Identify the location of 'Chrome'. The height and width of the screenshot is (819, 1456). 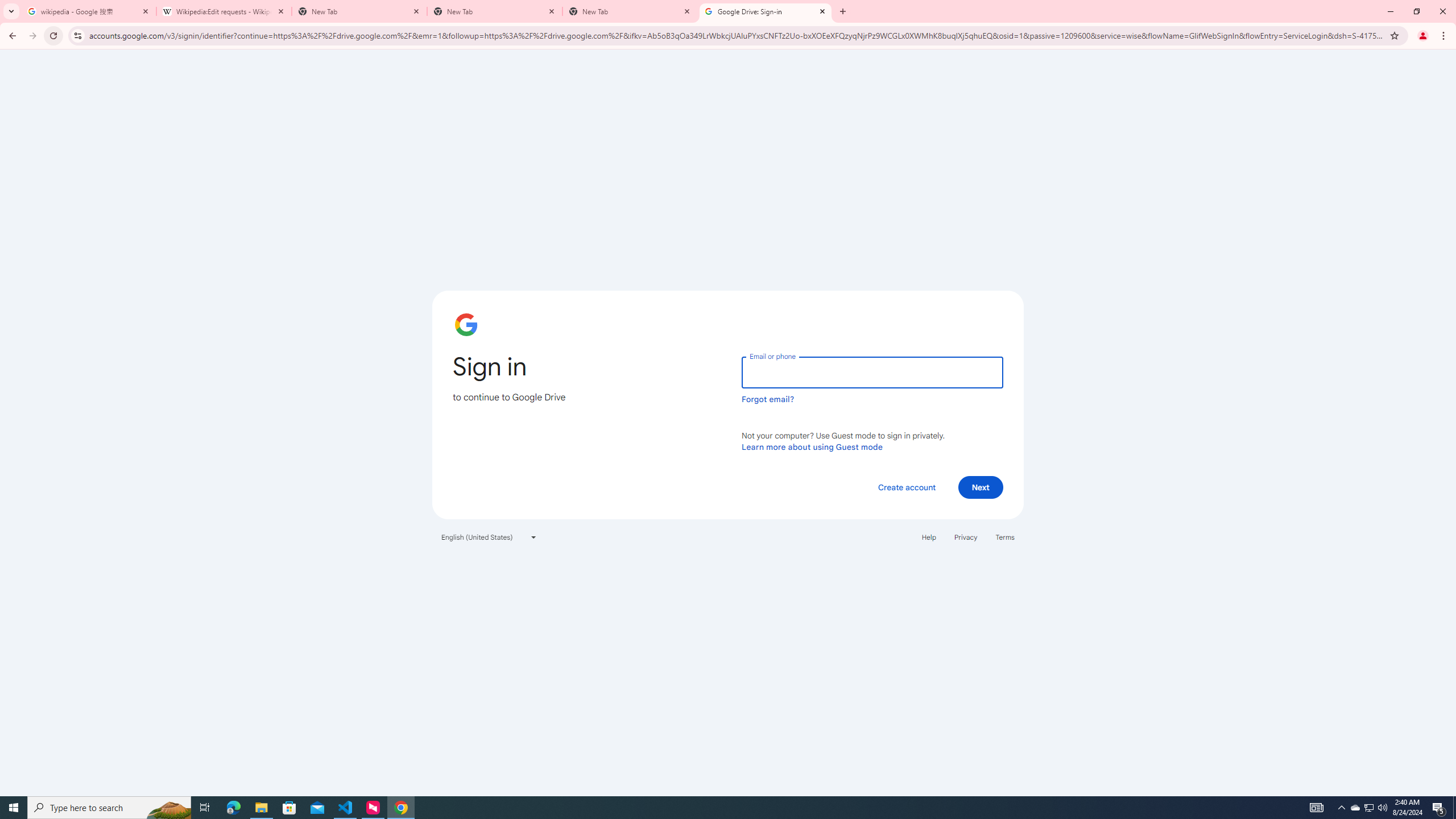
(1444, 35).